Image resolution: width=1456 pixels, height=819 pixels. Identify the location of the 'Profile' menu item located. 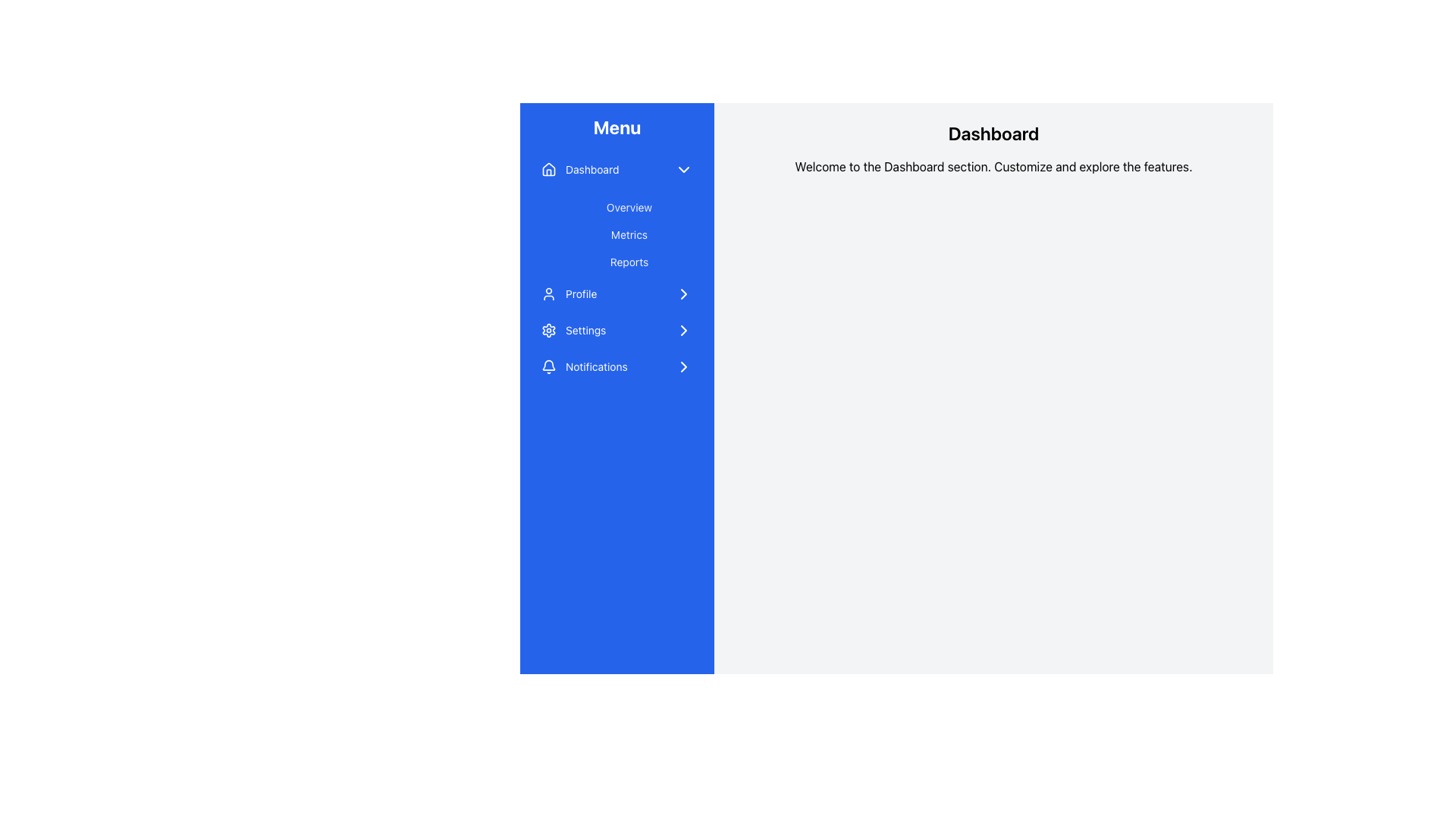
(617, 294).